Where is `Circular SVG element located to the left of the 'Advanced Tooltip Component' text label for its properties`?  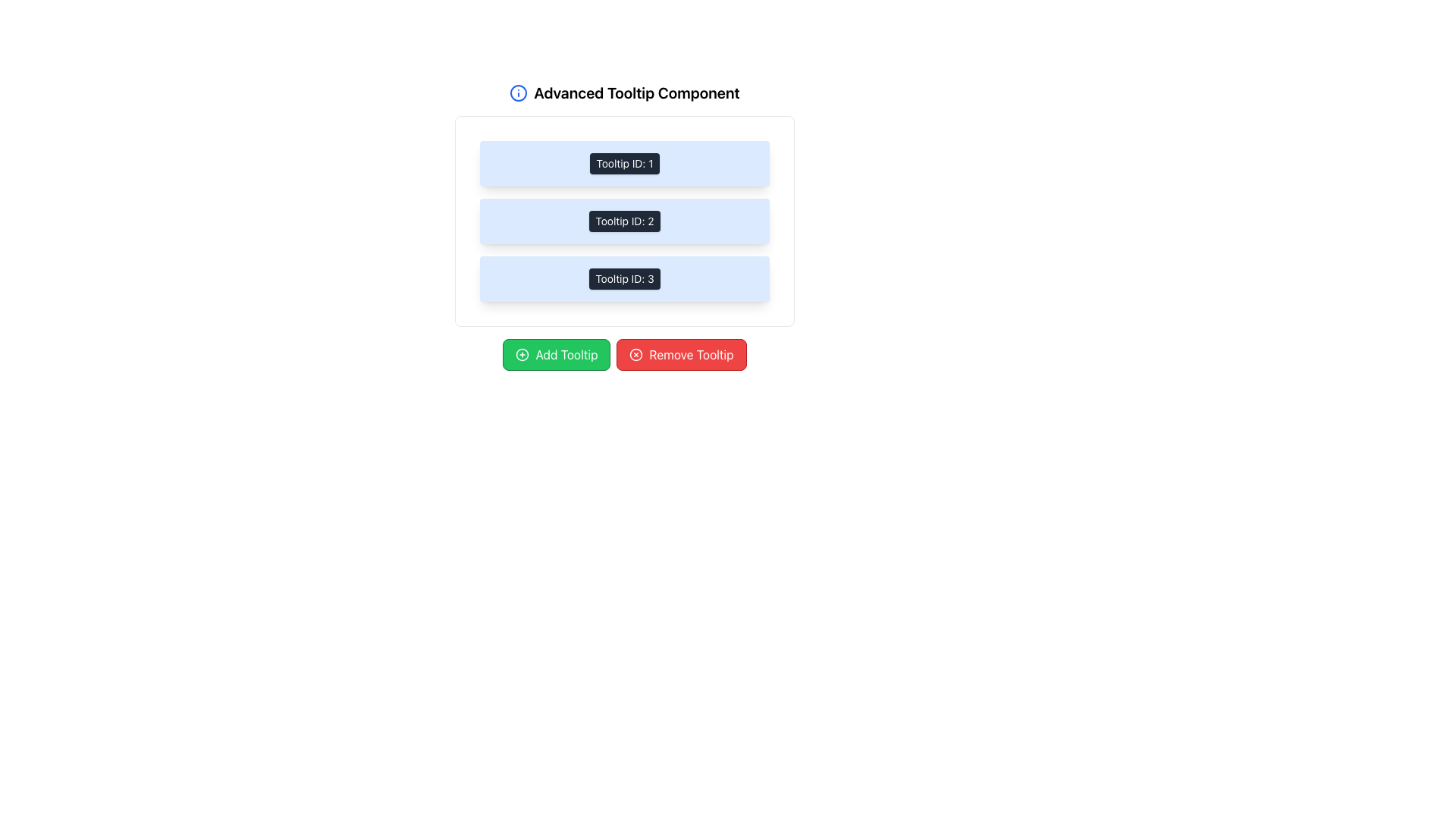
Circular SVG element located to the left of the 'Advanced Tooltip Component' text label for its properties is located at coordinates (519, 93).